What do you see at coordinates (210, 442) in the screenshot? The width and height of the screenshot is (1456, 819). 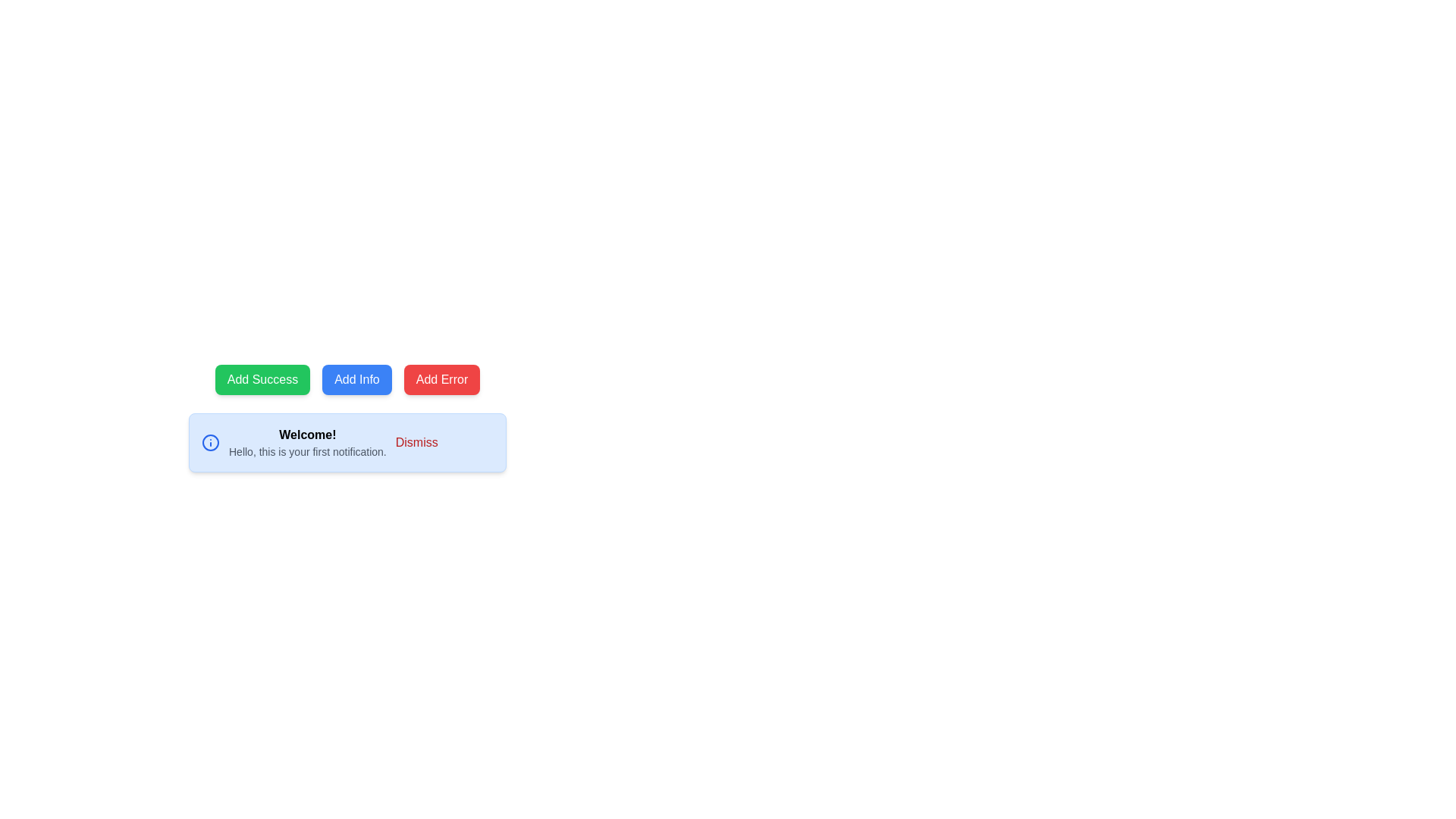 I see `the blue circular outline icon located inside the notification alert box, adjacent to the text that reads 'Welcome!'` at bounding box center [210, 442].